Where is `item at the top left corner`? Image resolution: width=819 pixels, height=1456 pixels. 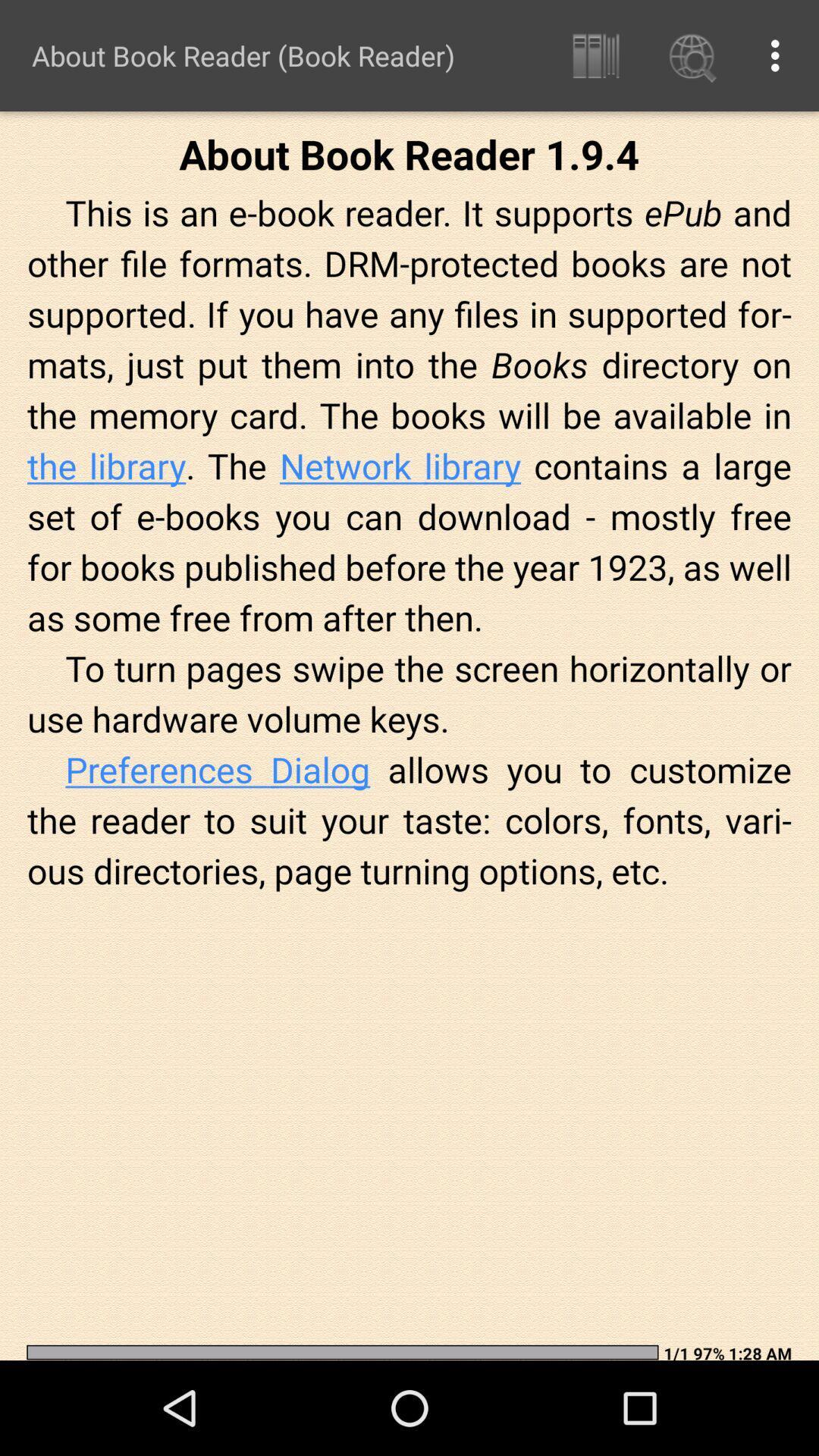 item at the top left corner is located at coordinates (242, 55).